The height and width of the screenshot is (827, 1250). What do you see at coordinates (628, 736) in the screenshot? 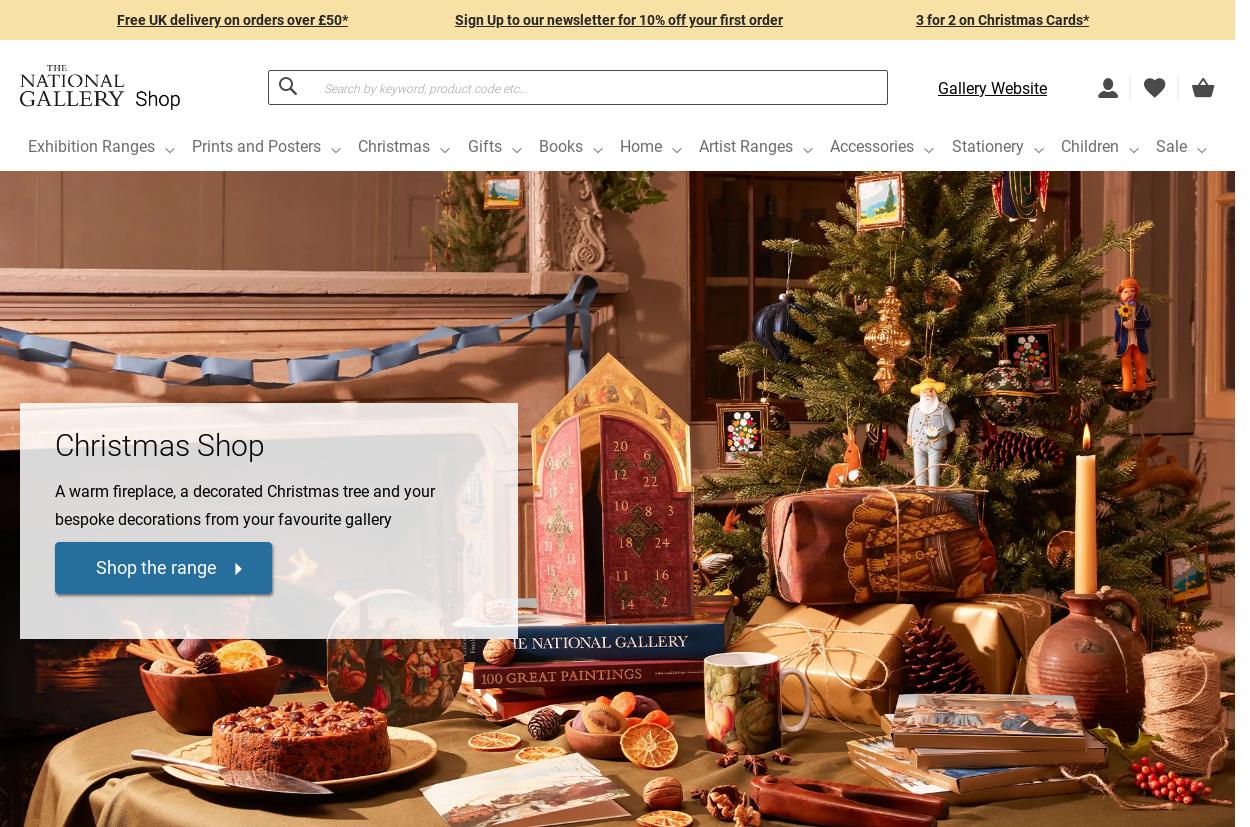
I see `'£6.99'` at bounding box center [628, 736].